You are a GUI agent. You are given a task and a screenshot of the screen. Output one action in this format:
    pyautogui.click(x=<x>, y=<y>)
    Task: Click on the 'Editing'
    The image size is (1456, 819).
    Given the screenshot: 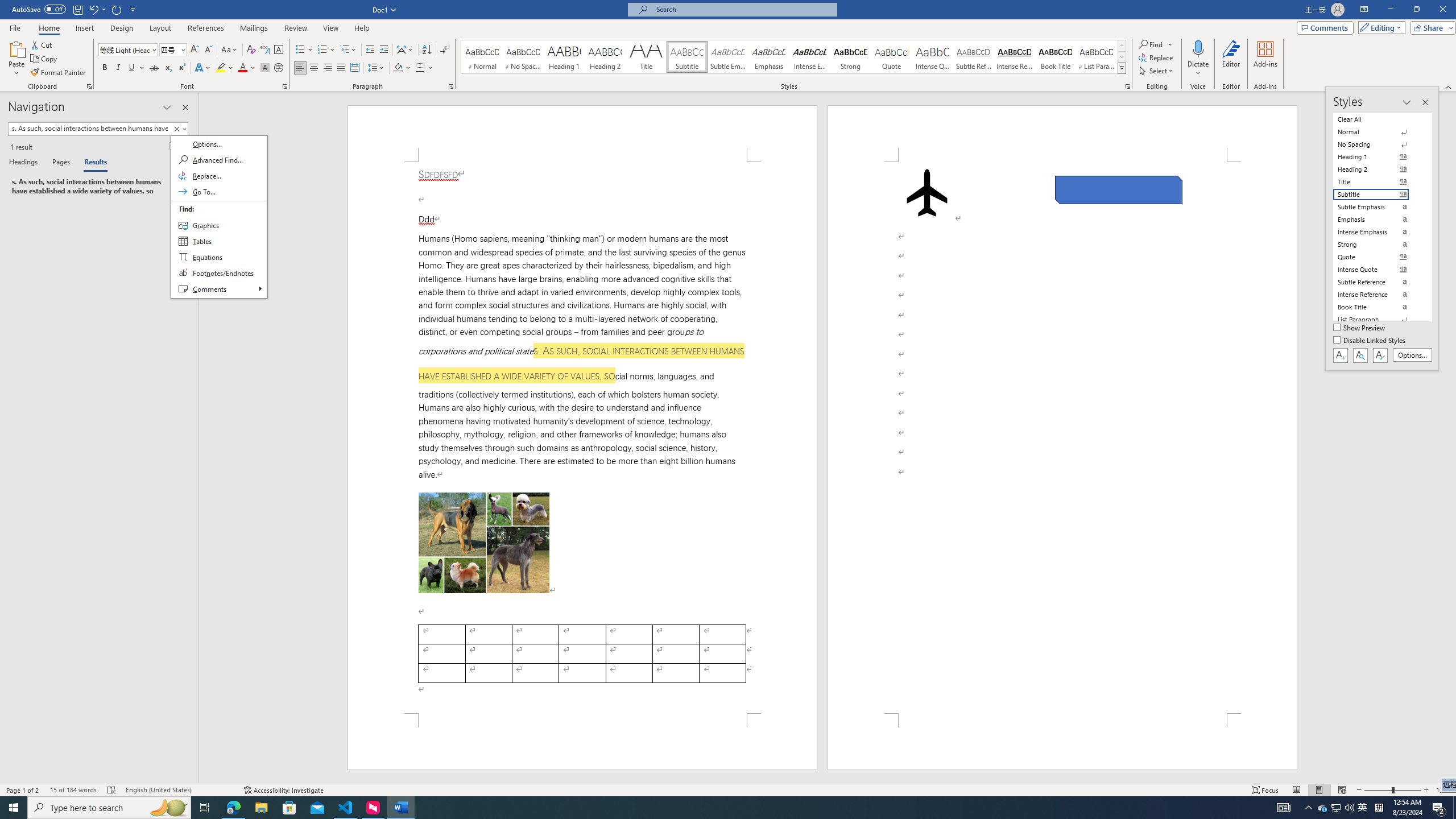 What is the action you would take?
    pyautogui.click(x=1379, y=27)
    